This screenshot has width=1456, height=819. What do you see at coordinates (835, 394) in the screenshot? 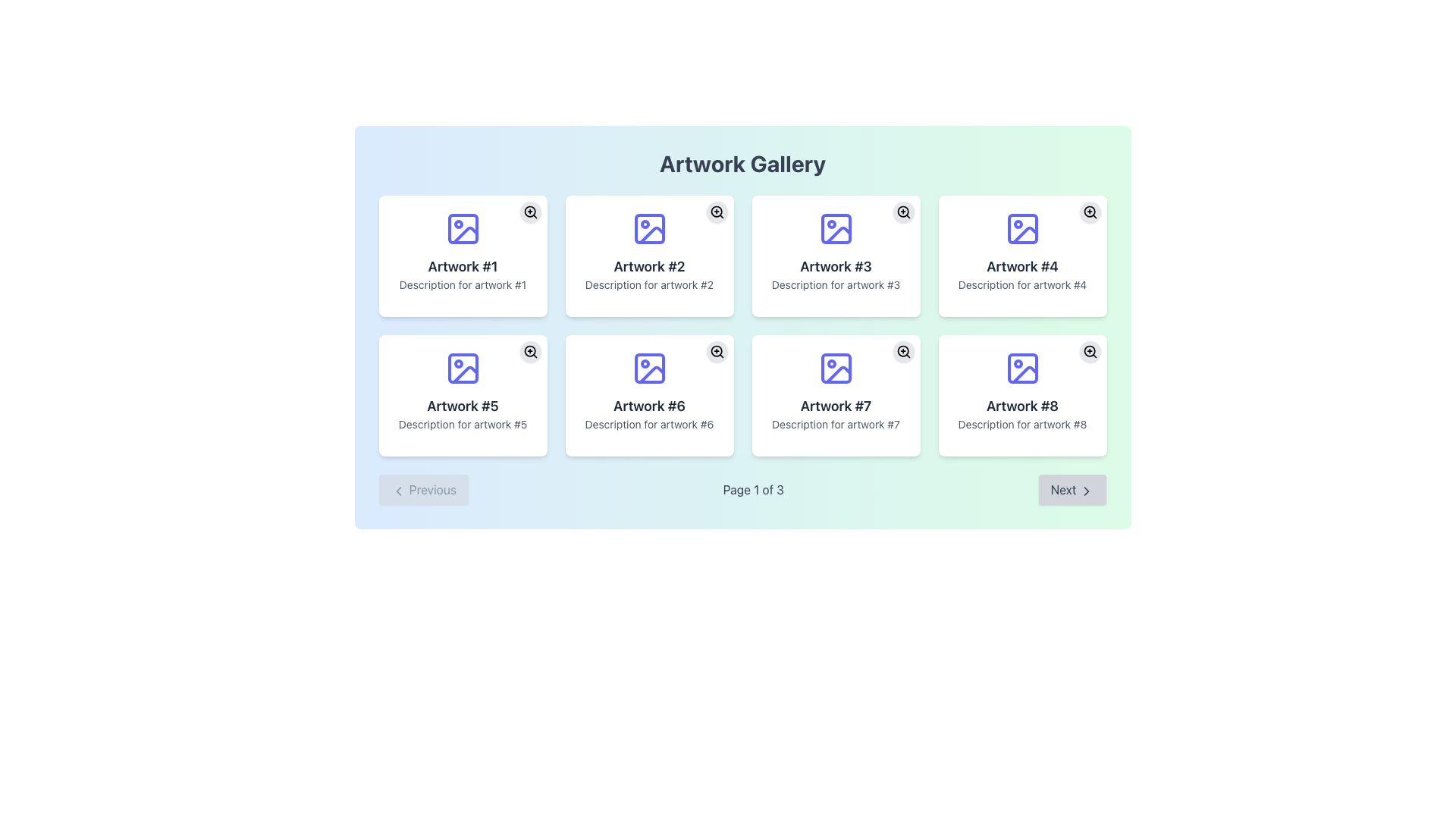
I see `the Static Content Card that displays an artwork preview located in the third row, first column of a 4-column grid layout` at bounding box center [835, 394].